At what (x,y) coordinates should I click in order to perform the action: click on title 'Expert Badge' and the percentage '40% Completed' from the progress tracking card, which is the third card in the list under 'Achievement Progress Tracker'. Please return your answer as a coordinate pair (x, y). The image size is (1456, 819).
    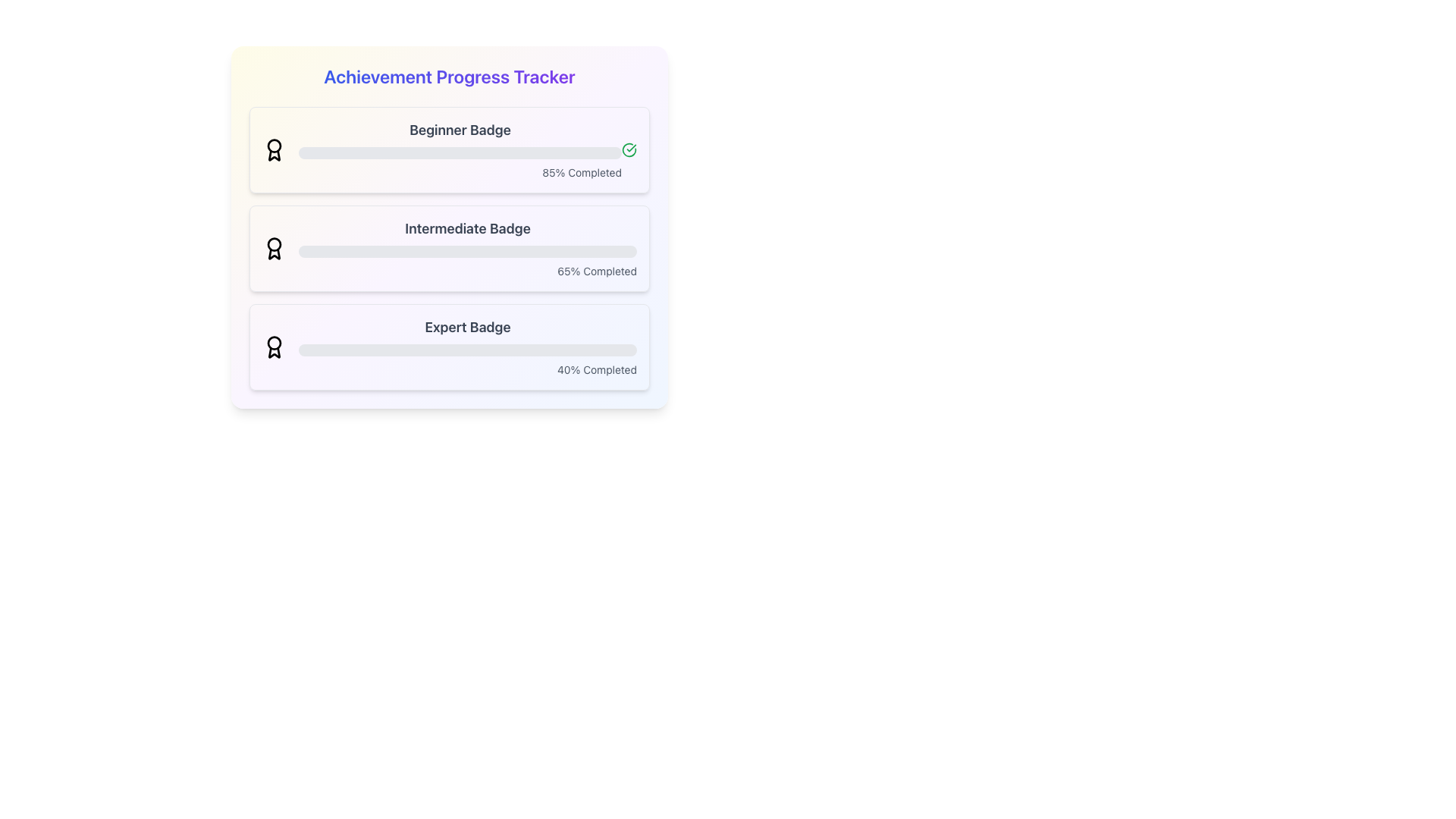
    Looking at the image, I should click on (467, 347).